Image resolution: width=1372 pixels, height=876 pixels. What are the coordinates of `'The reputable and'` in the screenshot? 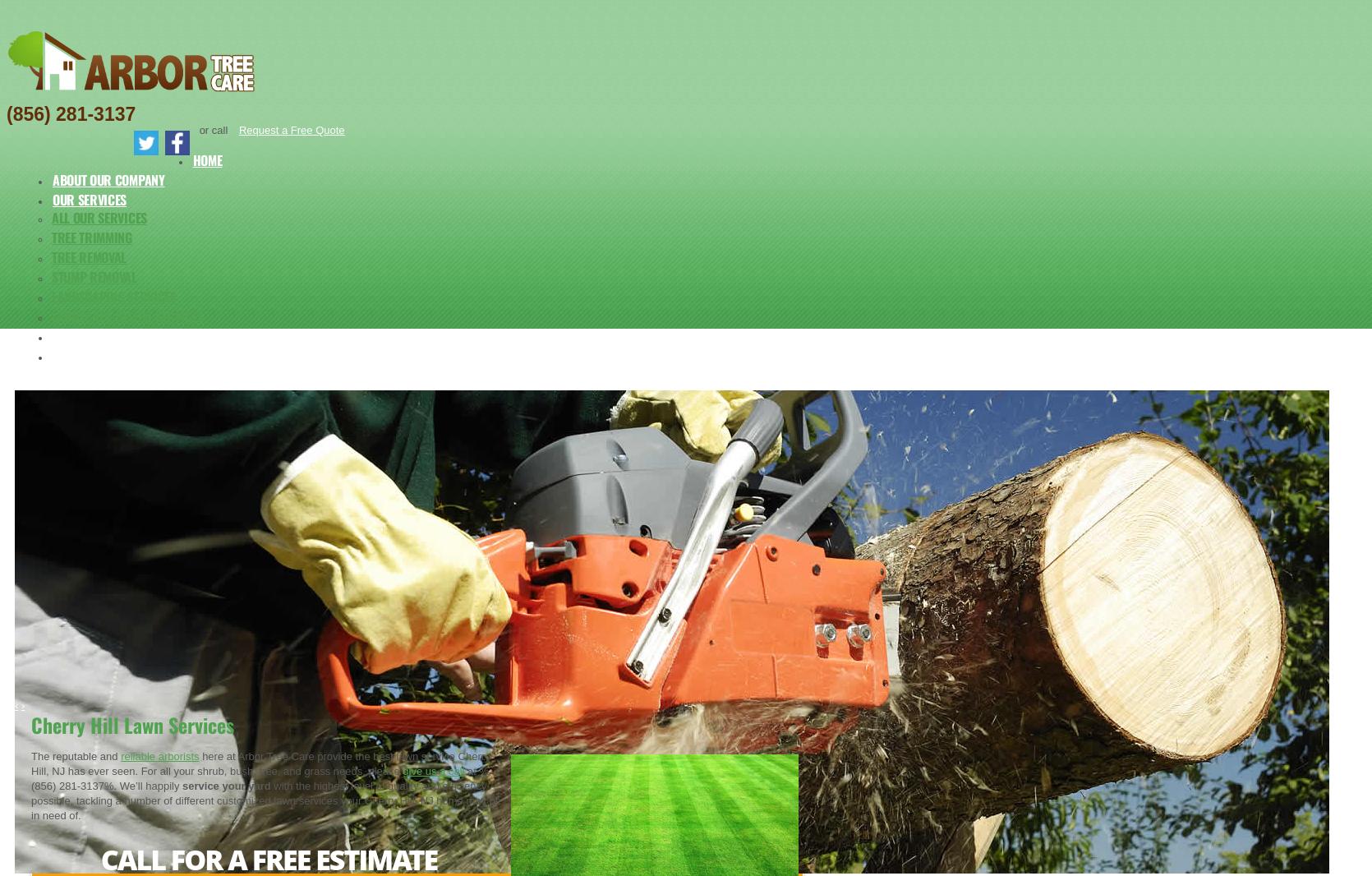 It's located at (75, 756).